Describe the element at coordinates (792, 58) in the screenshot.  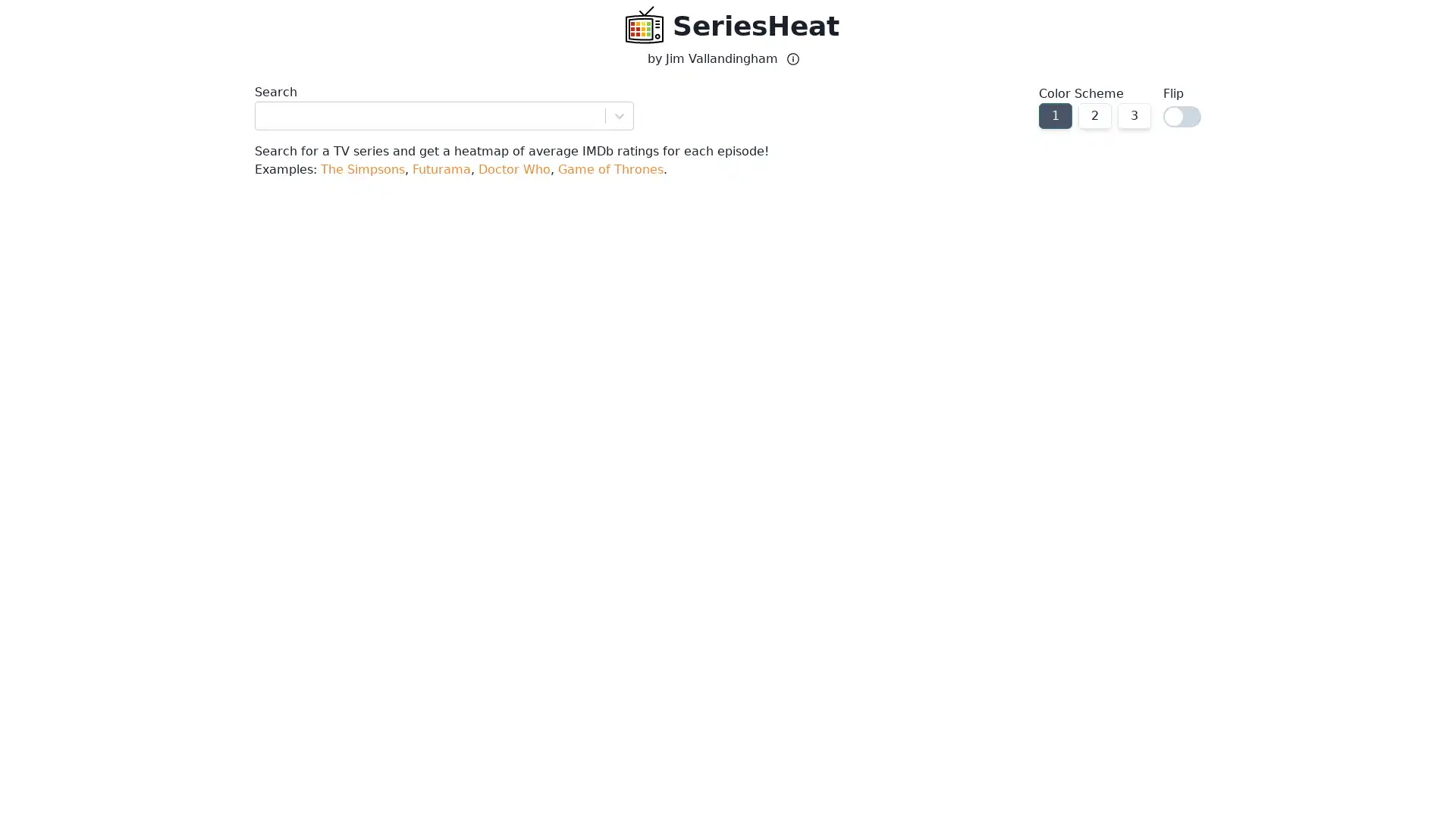
I see `information` at that location.